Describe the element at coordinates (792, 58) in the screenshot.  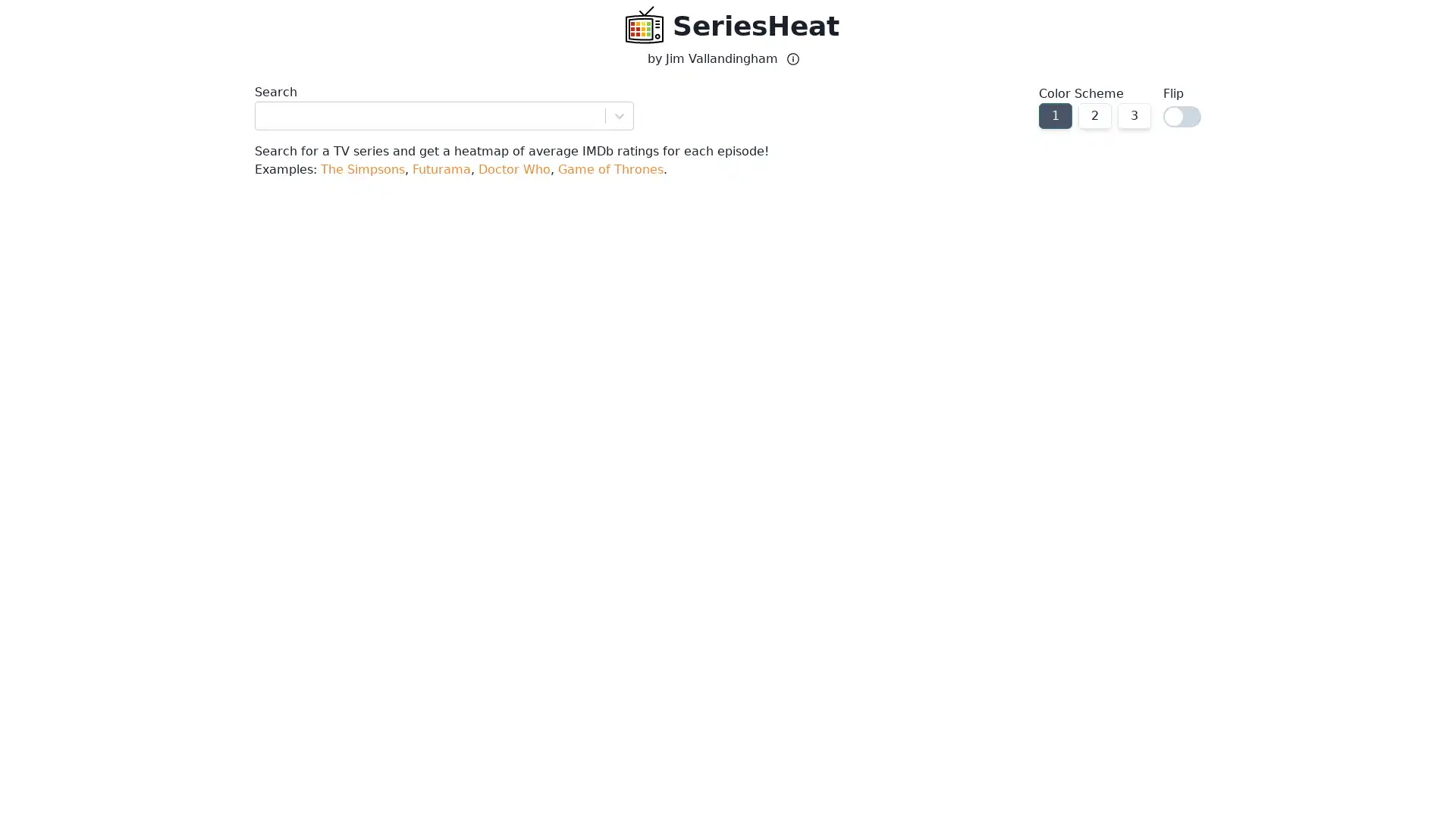
I see `information` at that location.